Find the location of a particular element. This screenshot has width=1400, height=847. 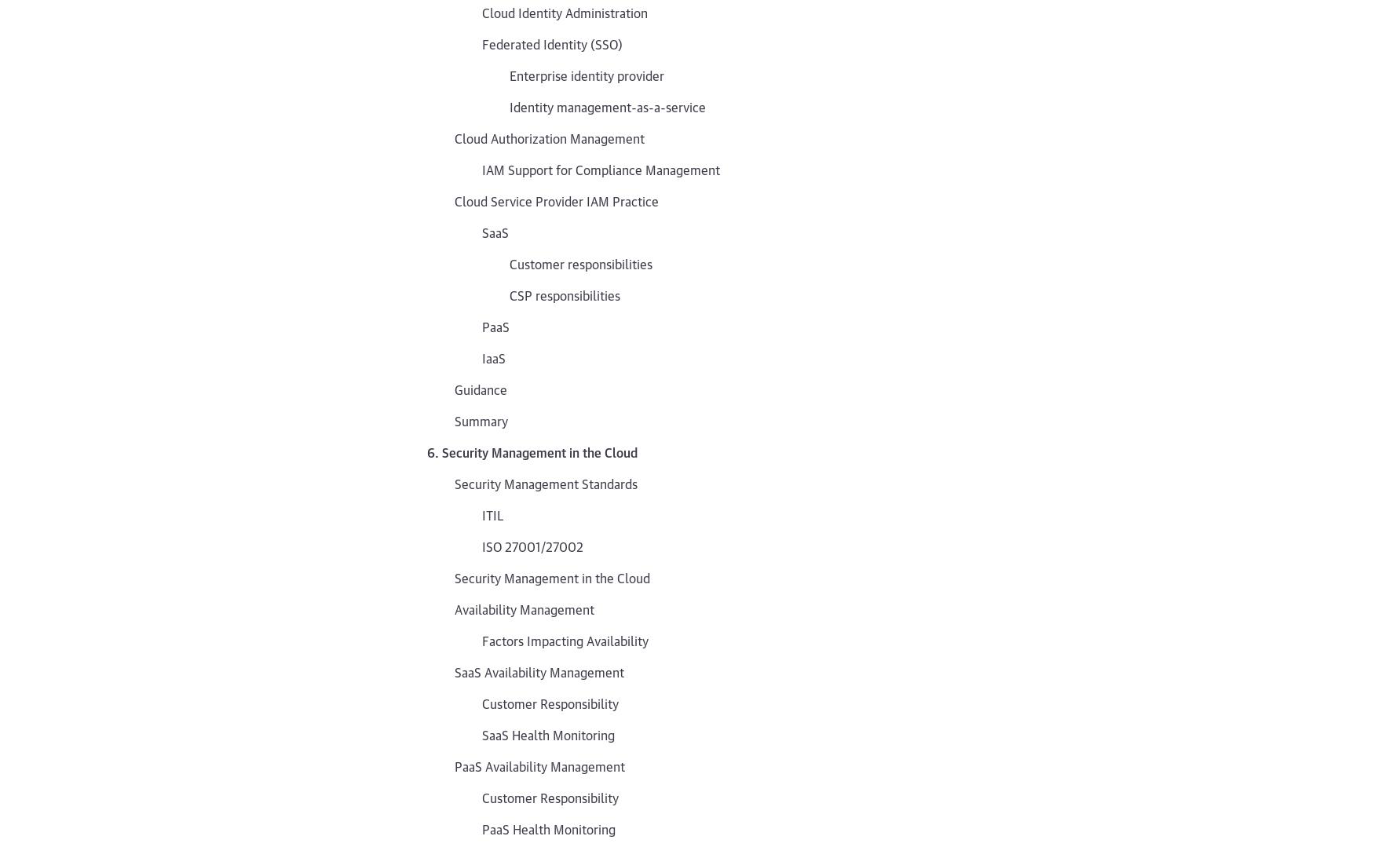

'Guidance' is located at coordinates (481, 388).